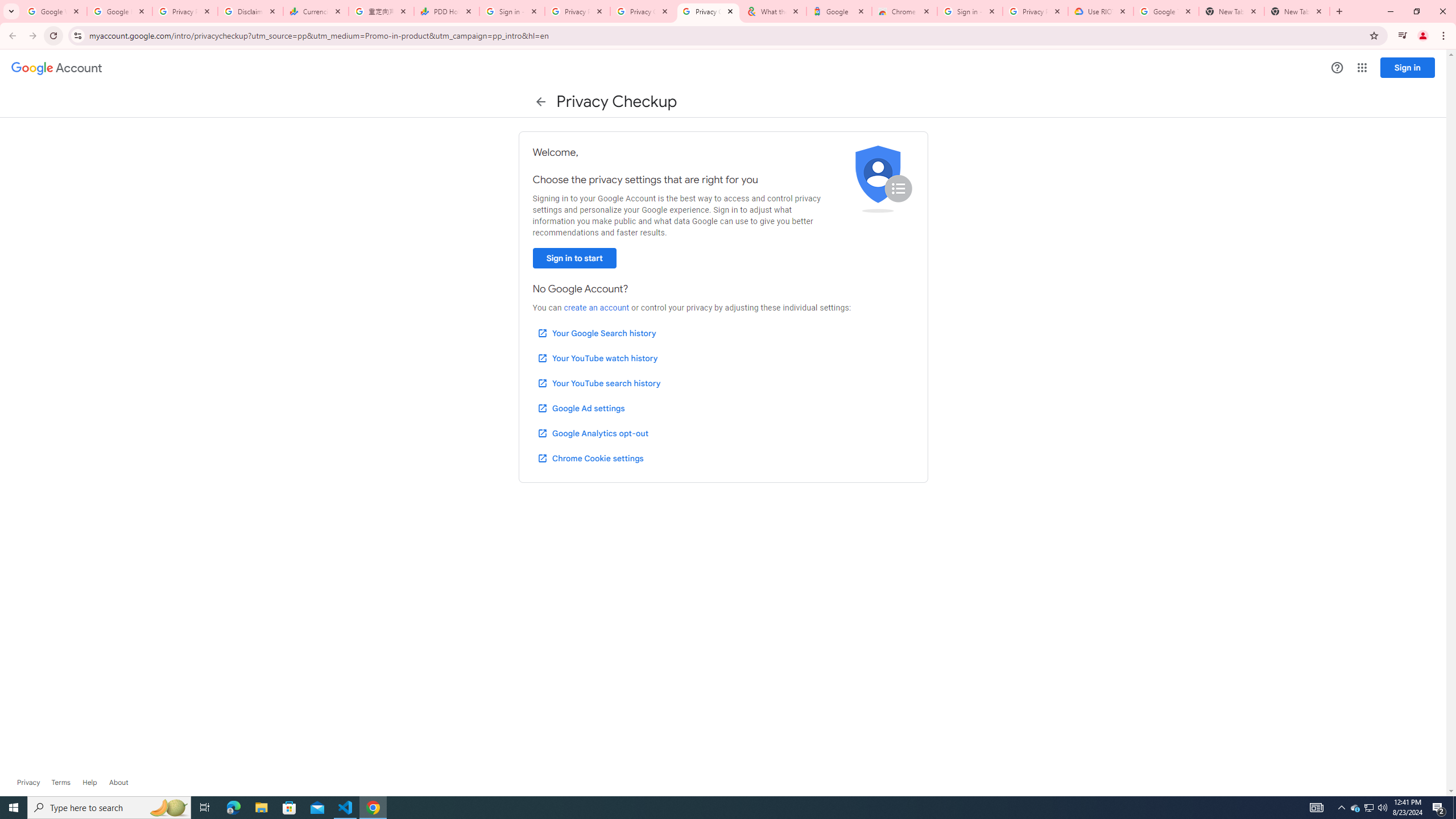 The image size is (1456, 819). I want to click on 'Google apps', so click(1361, 67).